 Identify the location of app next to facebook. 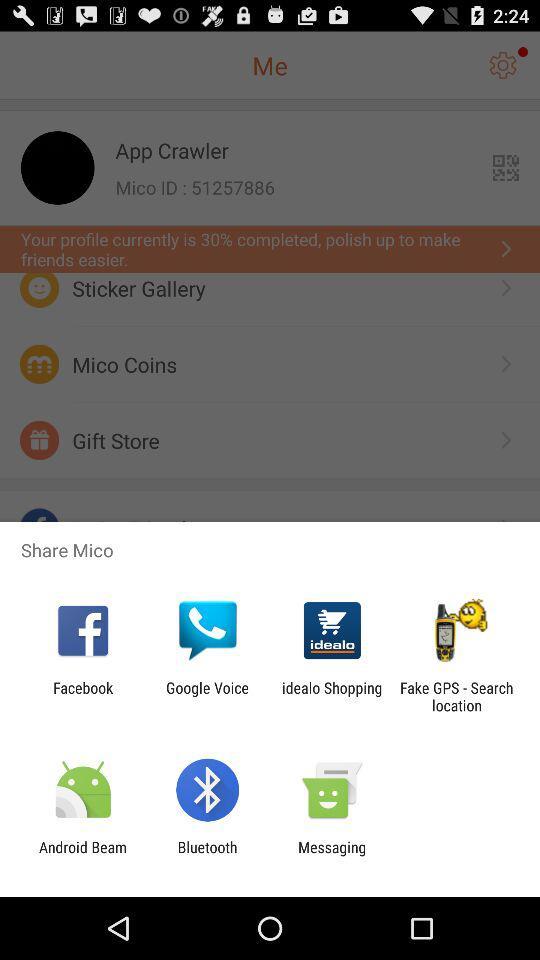
(206, 696).